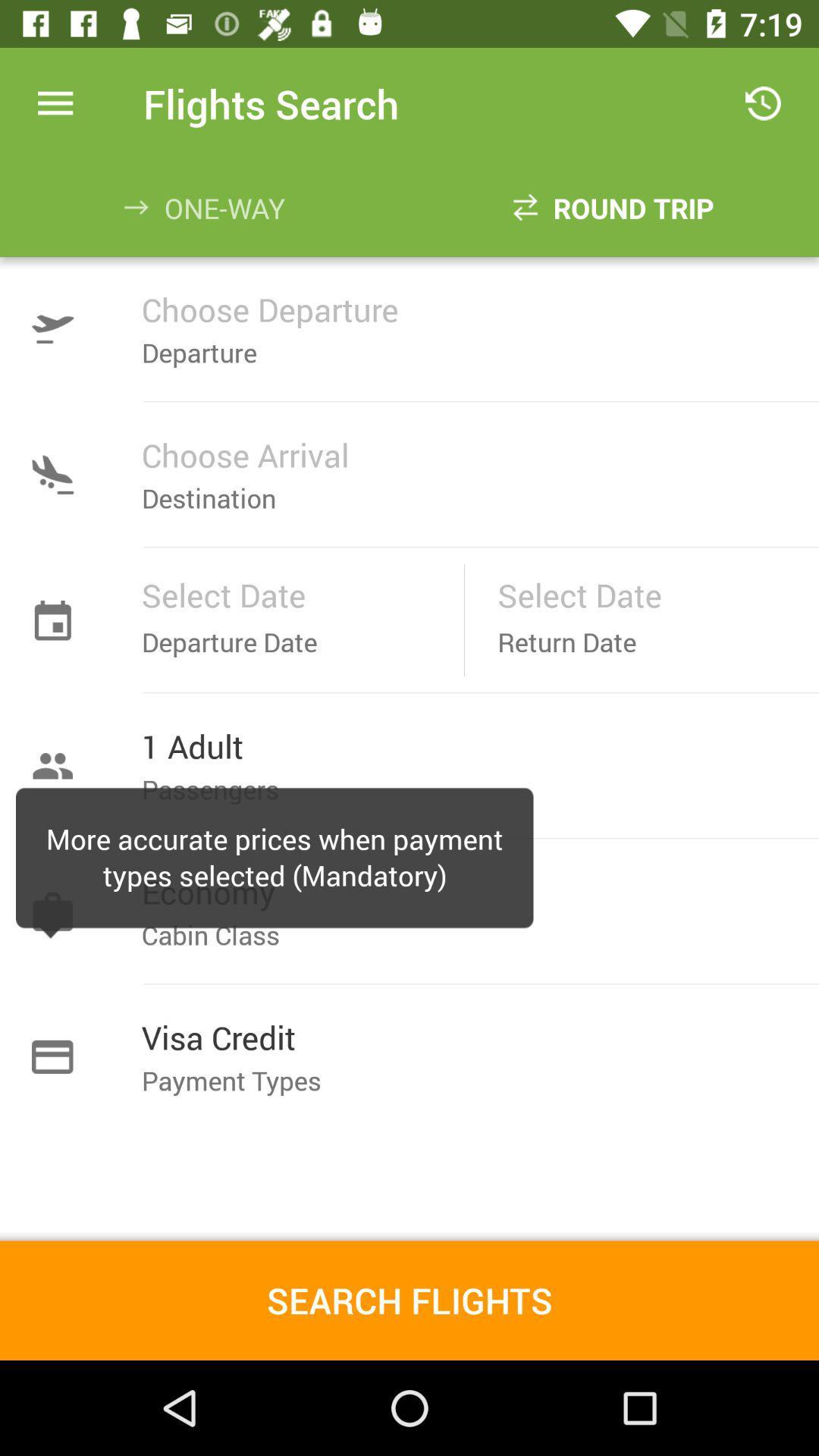 The height and width of the screenshot is (1456, 819). I want to click on the menu icon, so click(55, 102).